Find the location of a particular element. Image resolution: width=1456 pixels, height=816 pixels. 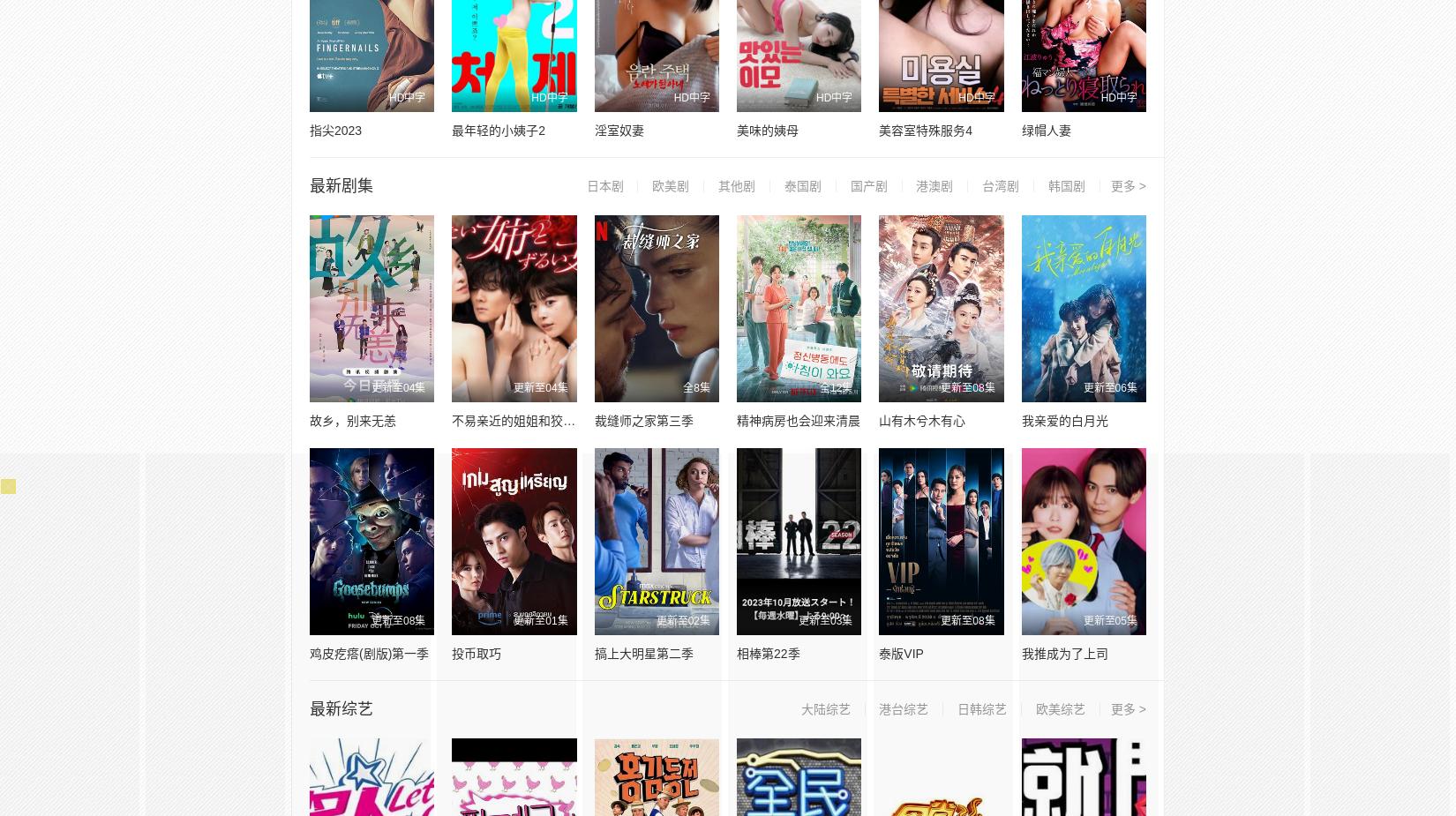

'最年轻的小姨子2' is located at coordinates (497, 128).